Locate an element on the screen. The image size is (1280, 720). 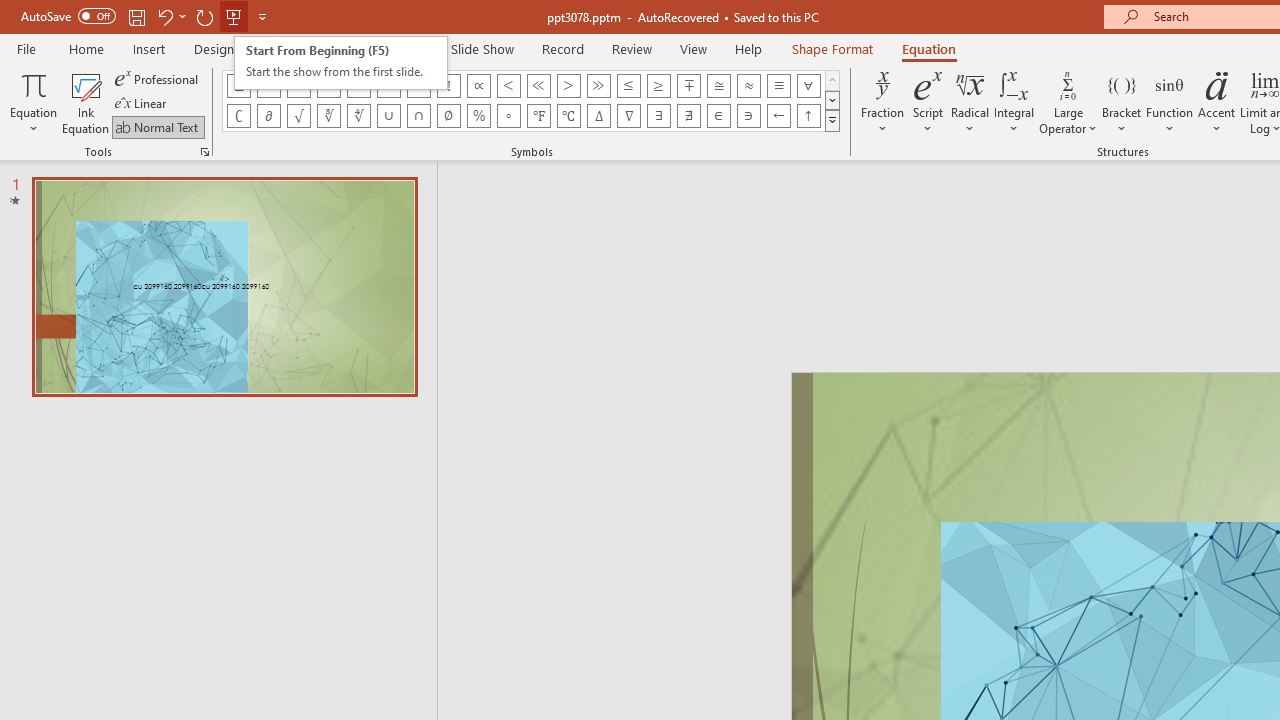
'Equation Symbol Cube Root' is located at coordinates (328, 115).